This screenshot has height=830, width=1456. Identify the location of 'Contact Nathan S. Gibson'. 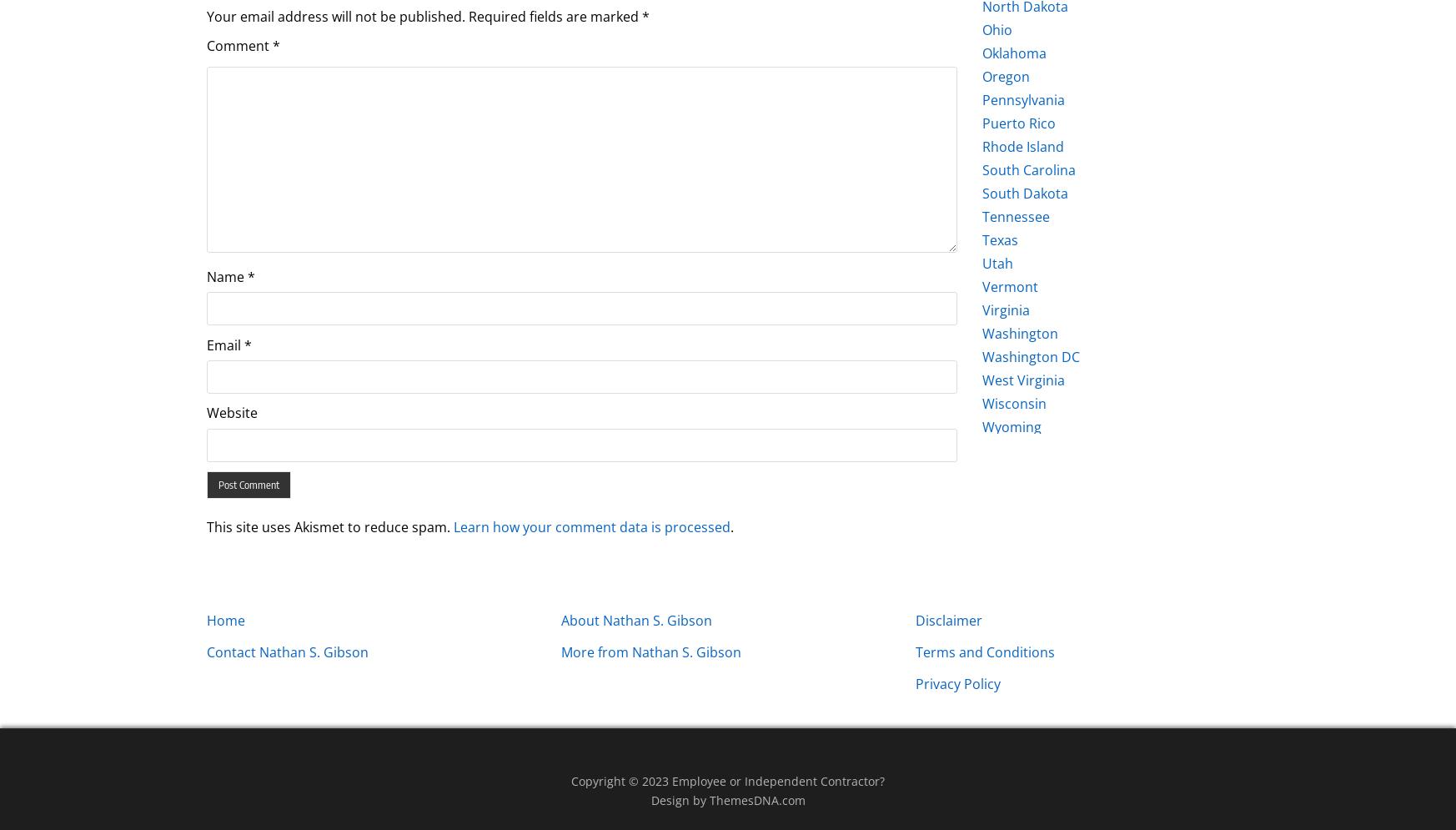
(288, 651).